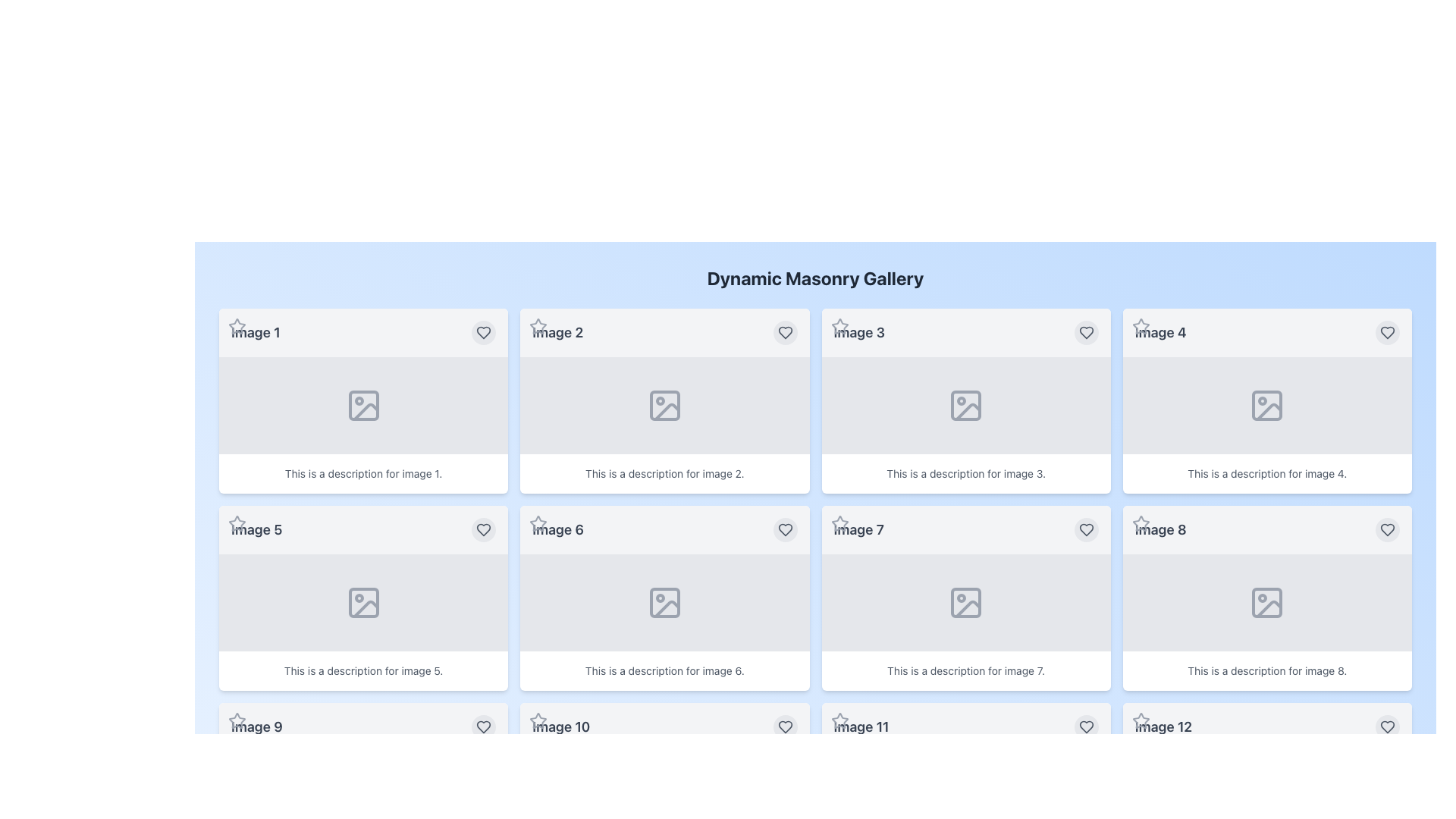 This screenshot has height=819, width=1456. Describe the element at coordinates (538, 720) in the screenshot. I see `the star icon located in the top-left corner of 'Image 10'` at that location.